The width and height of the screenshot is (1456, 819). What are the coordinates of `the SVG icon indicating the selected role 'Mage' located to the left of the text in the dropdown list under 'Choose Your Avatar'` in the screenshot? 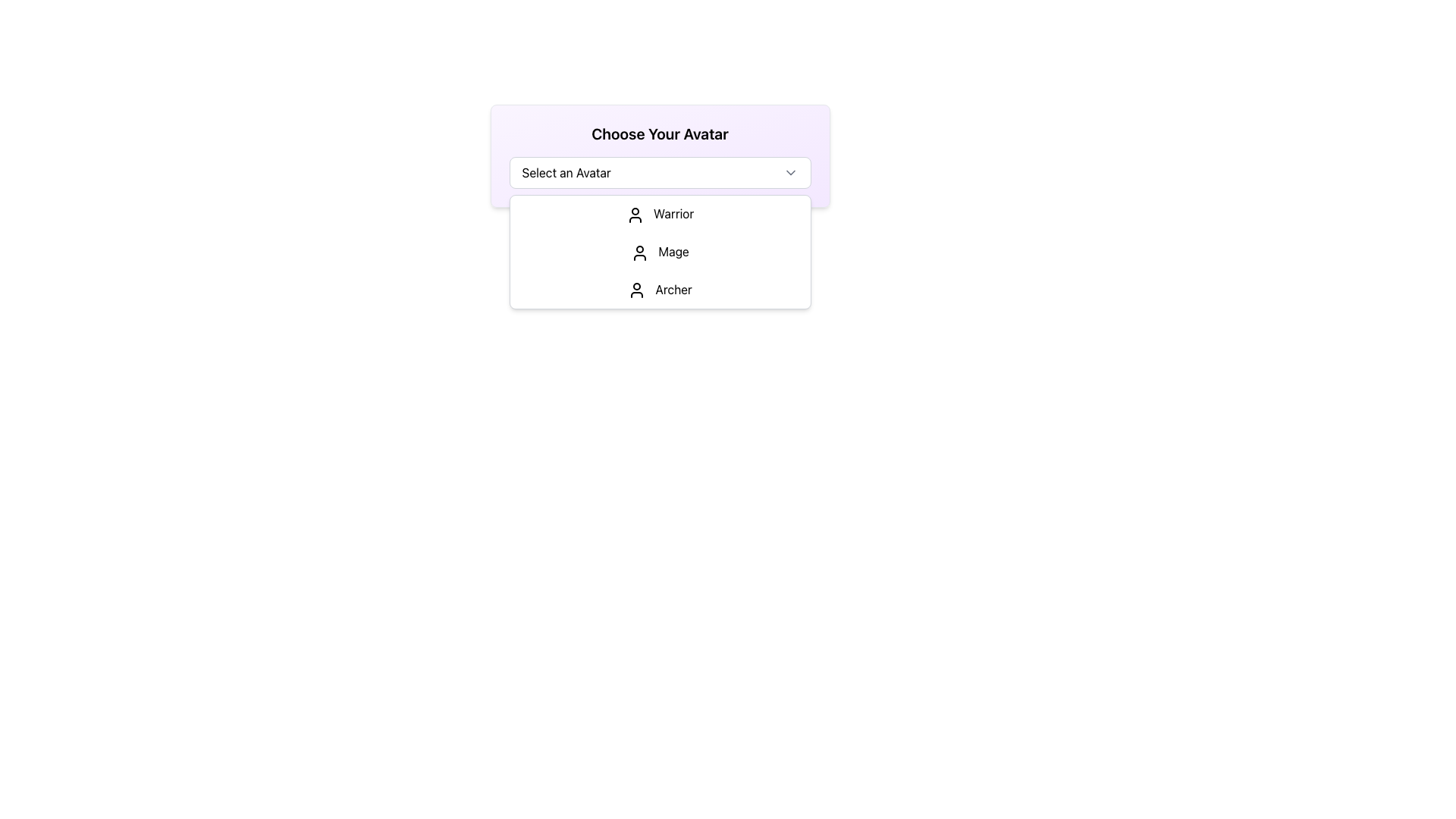 It's located at (640, 252).